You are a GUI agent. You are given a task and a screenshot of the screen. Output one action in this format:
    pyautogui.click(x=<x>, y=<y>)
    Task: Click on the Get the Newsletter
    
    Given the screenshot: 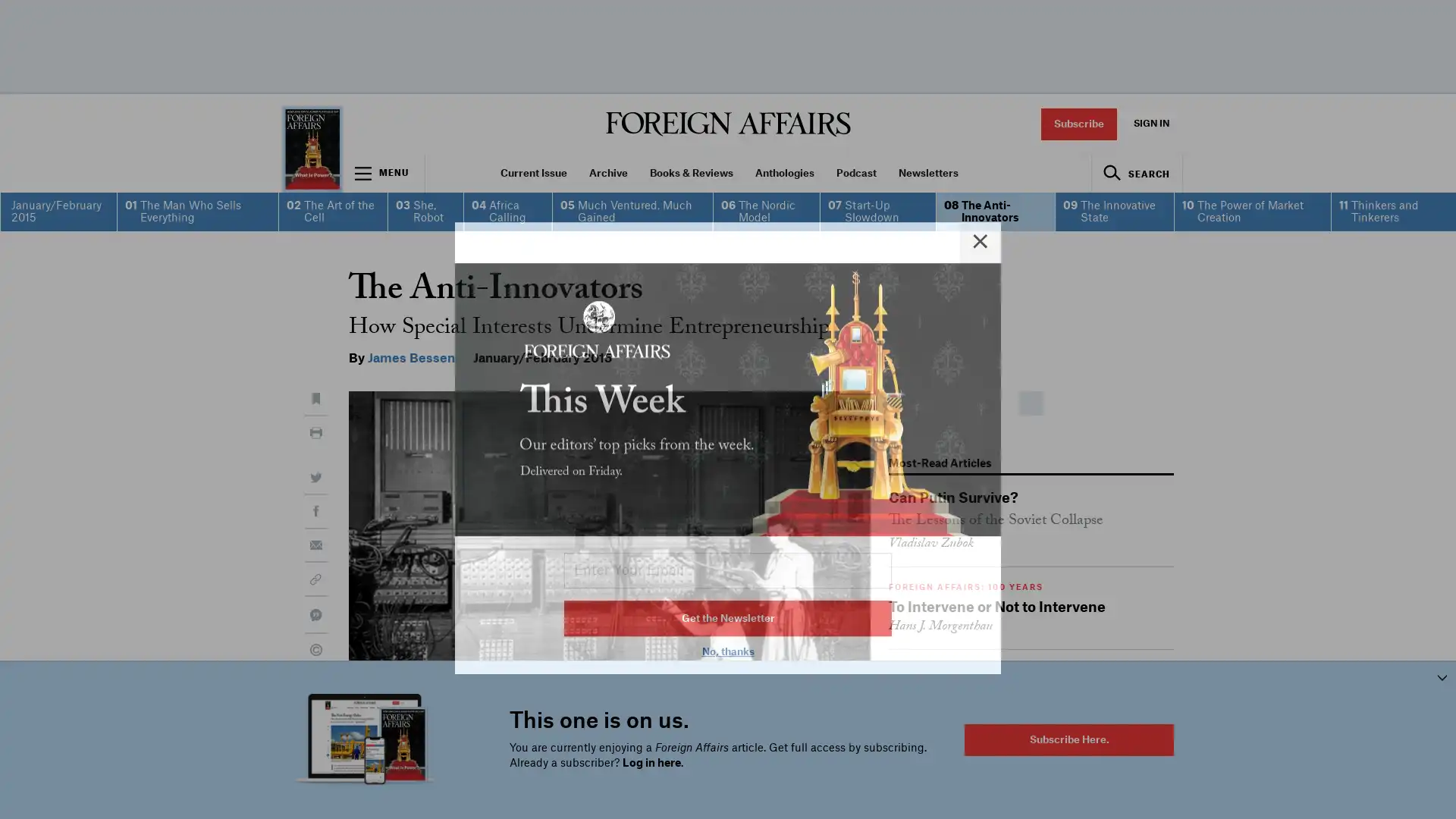 What is the action you would take?
    pyautogui.click(x=728, y=579)
    